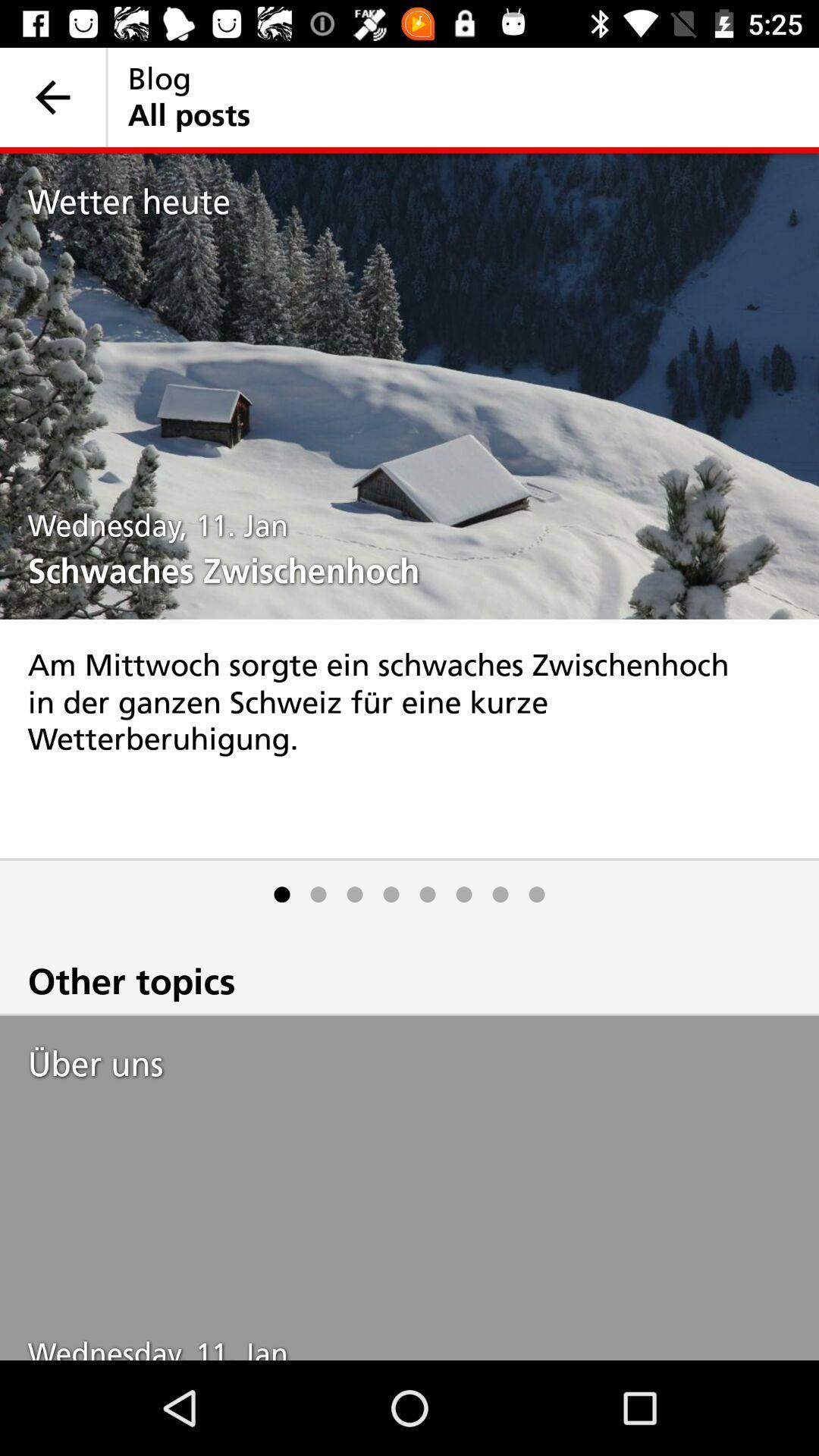  Describe the element at coordinates (423, 201) in the screenshot. I see `item above the wednesday, 11. jan item` at that location.